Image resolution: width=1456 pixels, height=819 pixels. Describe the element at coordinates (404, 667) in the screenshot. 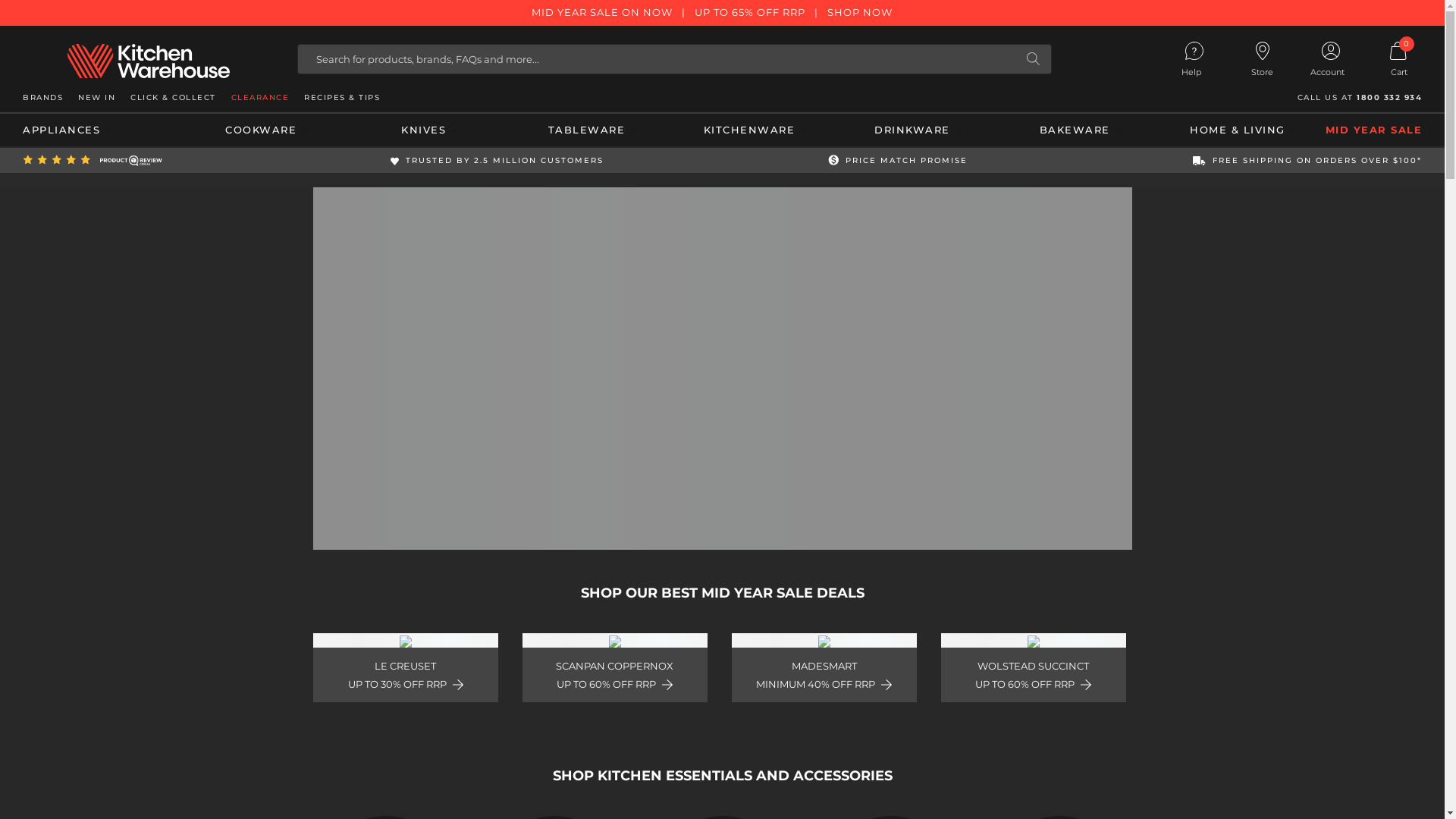

I see `'LE CREUSET` at that location.